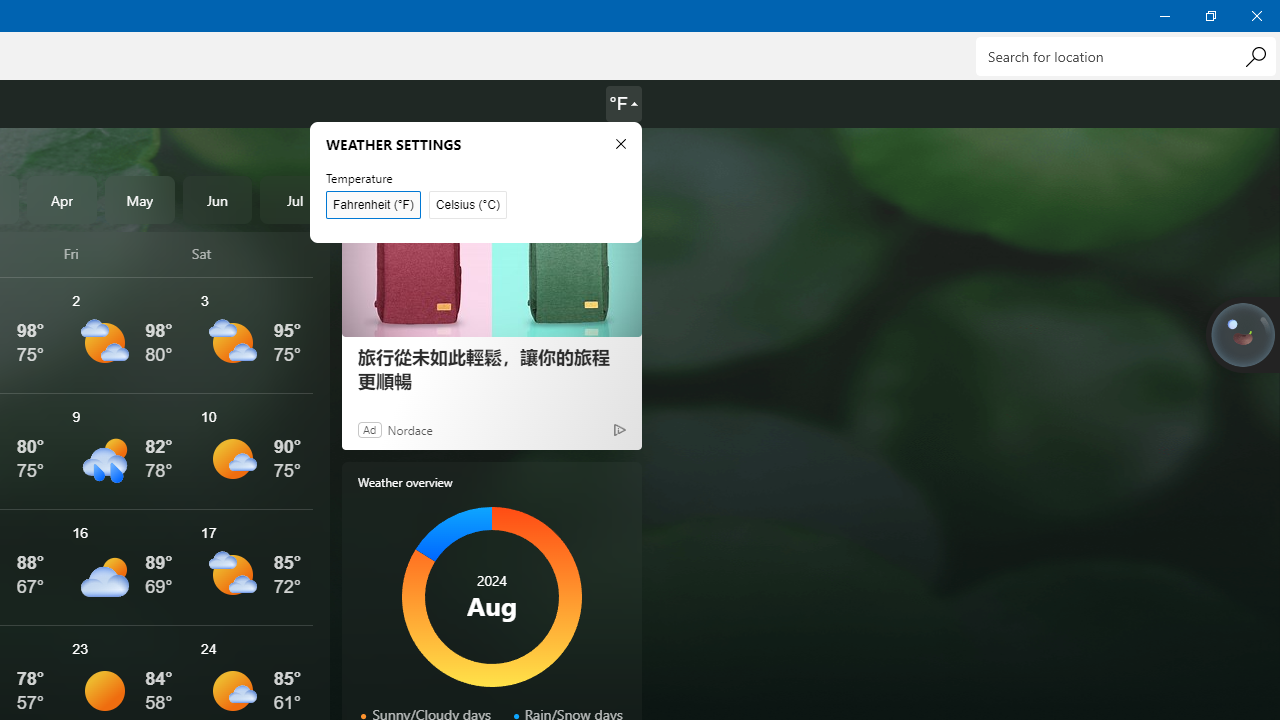 The image size is (1280, 720). I want to click on 'Search for location', so click(1125, 55).